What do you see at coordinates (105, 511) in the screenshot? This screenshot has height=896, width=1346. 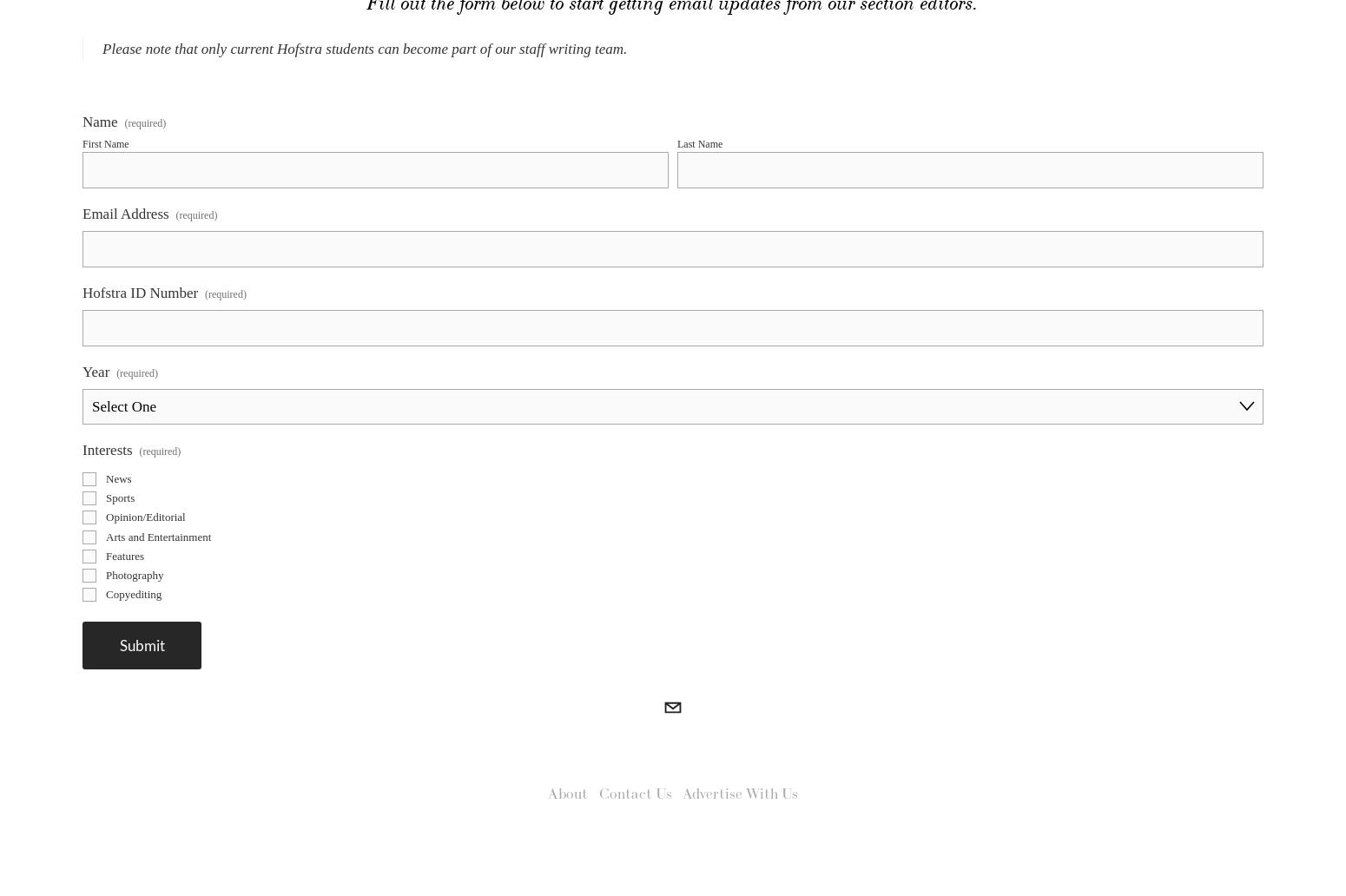 I see `'News'` at bounding box center [105, 511].